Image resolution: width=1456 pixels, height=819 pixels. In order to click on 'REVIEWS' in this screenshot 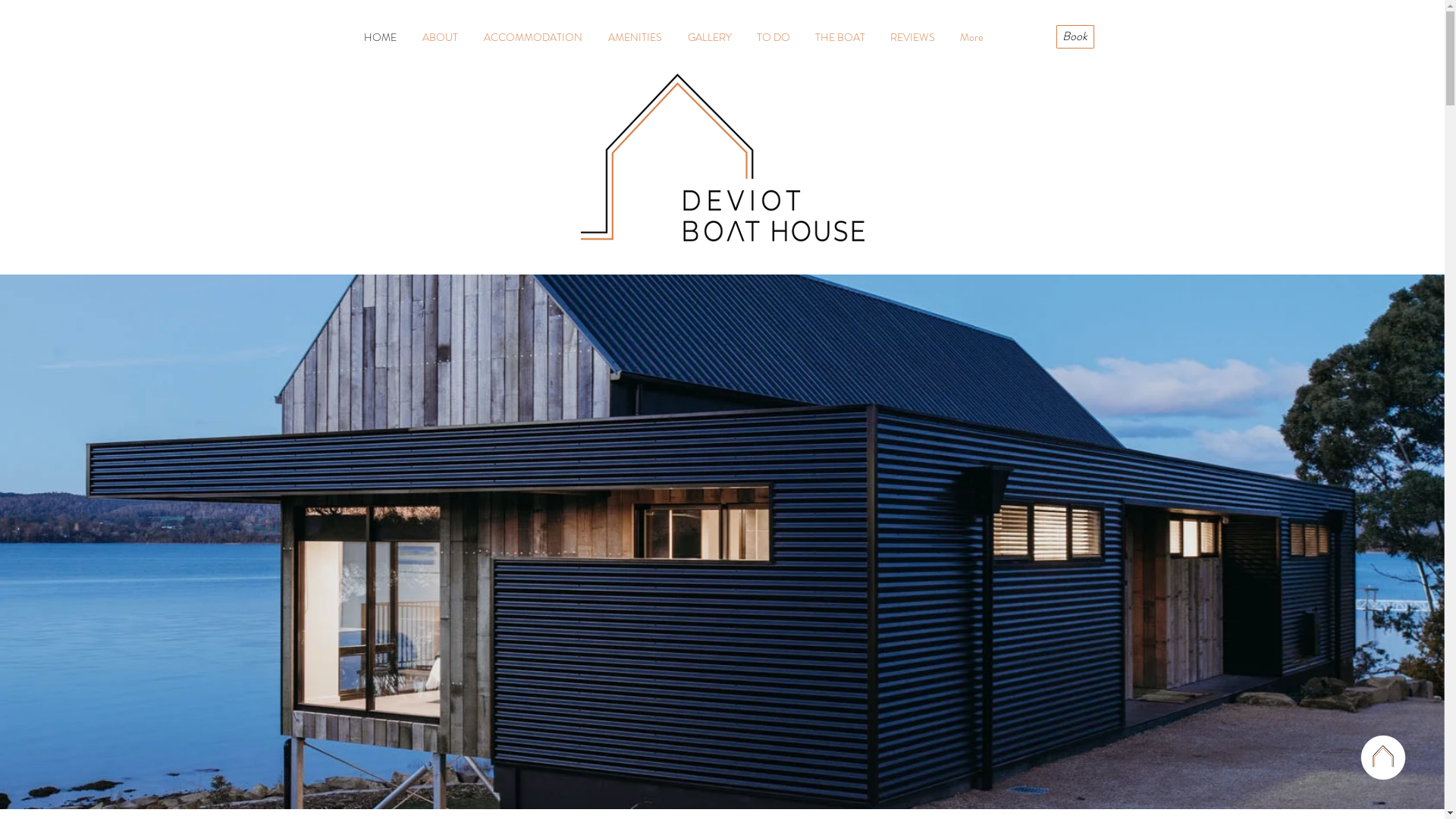, I will do `click(912, 36)`.